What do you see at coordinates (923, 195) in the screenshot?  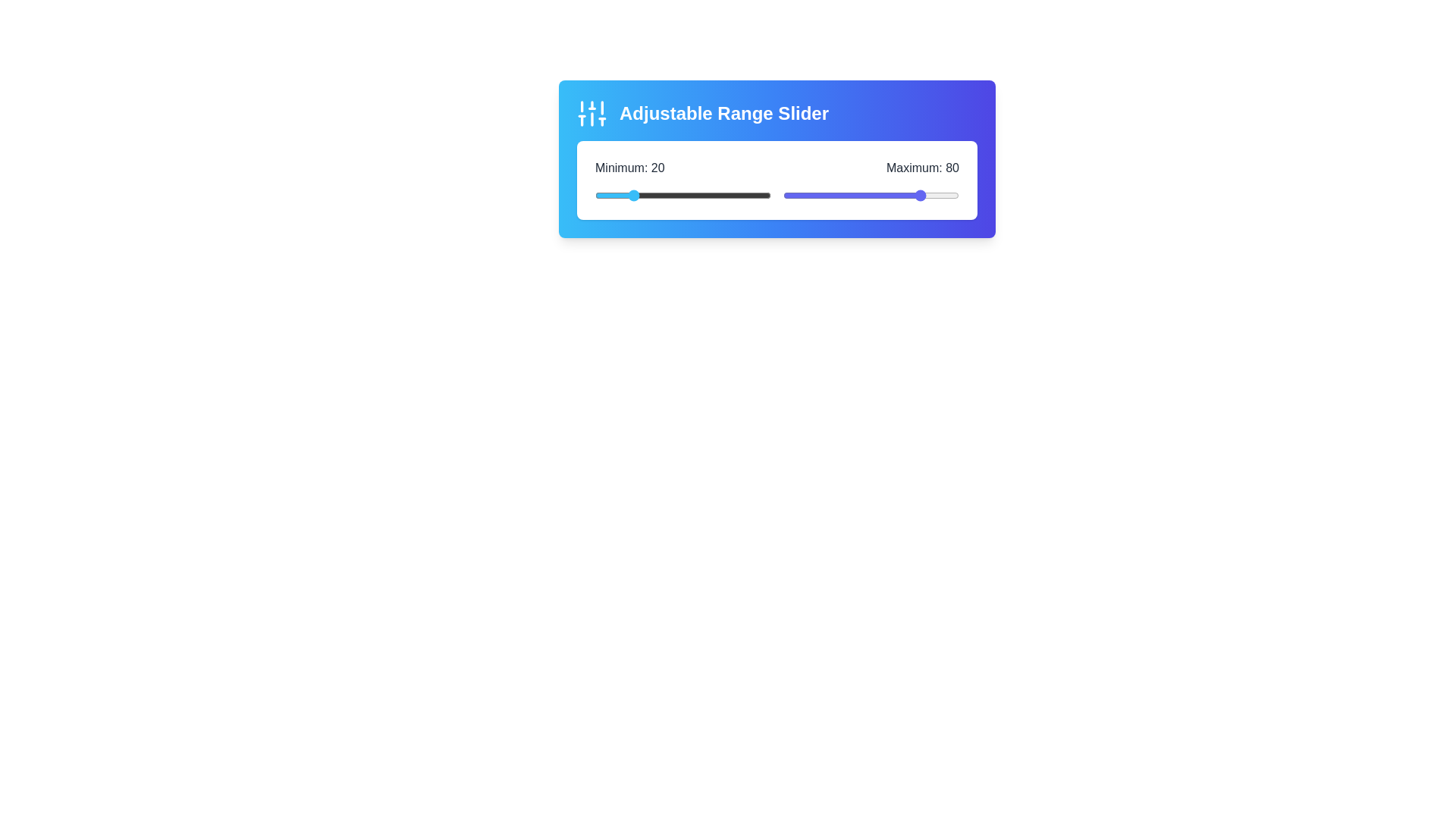 I see `the slider` at bounding box center [923, 195].